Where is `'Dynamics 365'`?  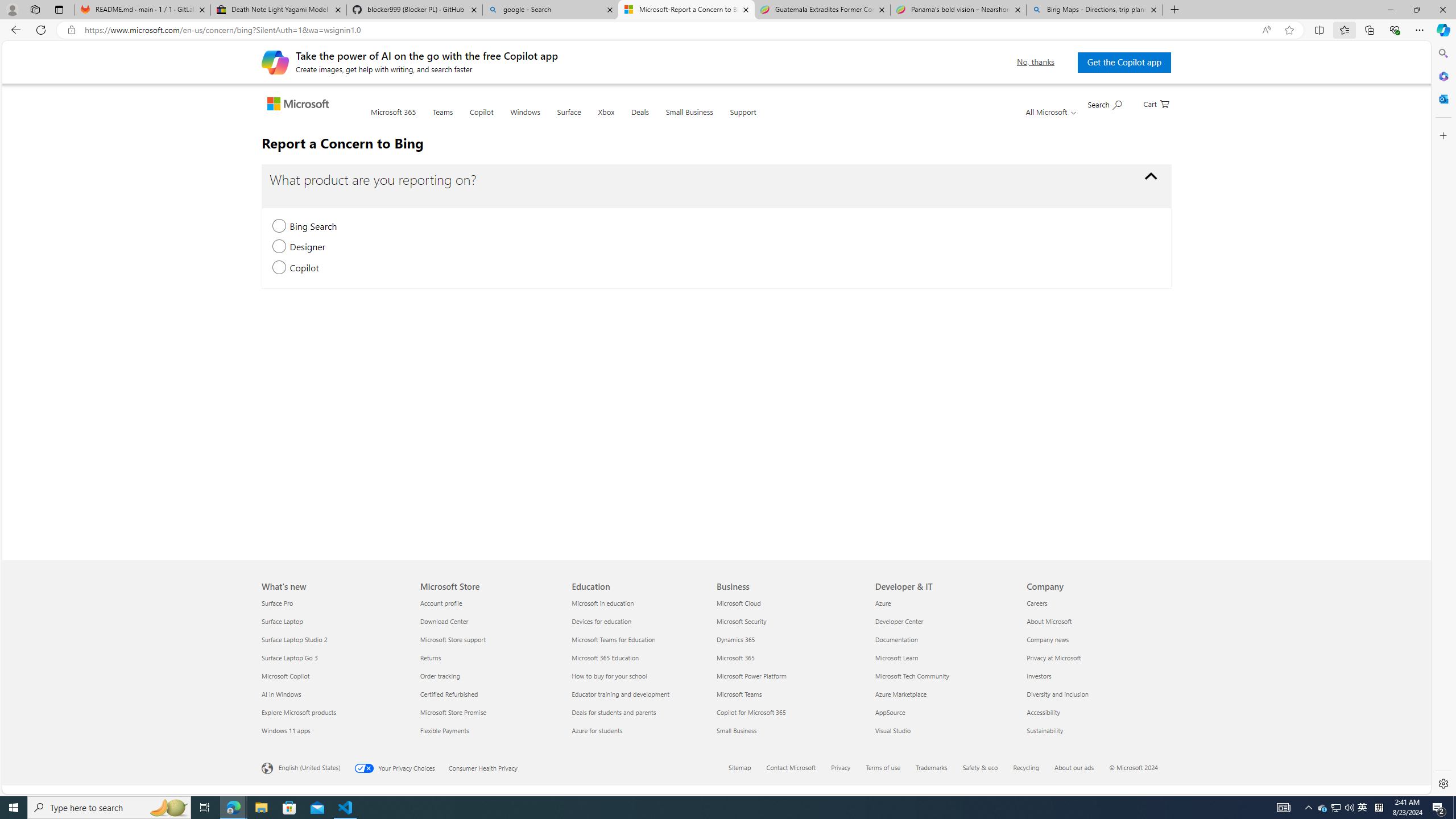
'Dynamics 365' is located at coordinates (788, 638).